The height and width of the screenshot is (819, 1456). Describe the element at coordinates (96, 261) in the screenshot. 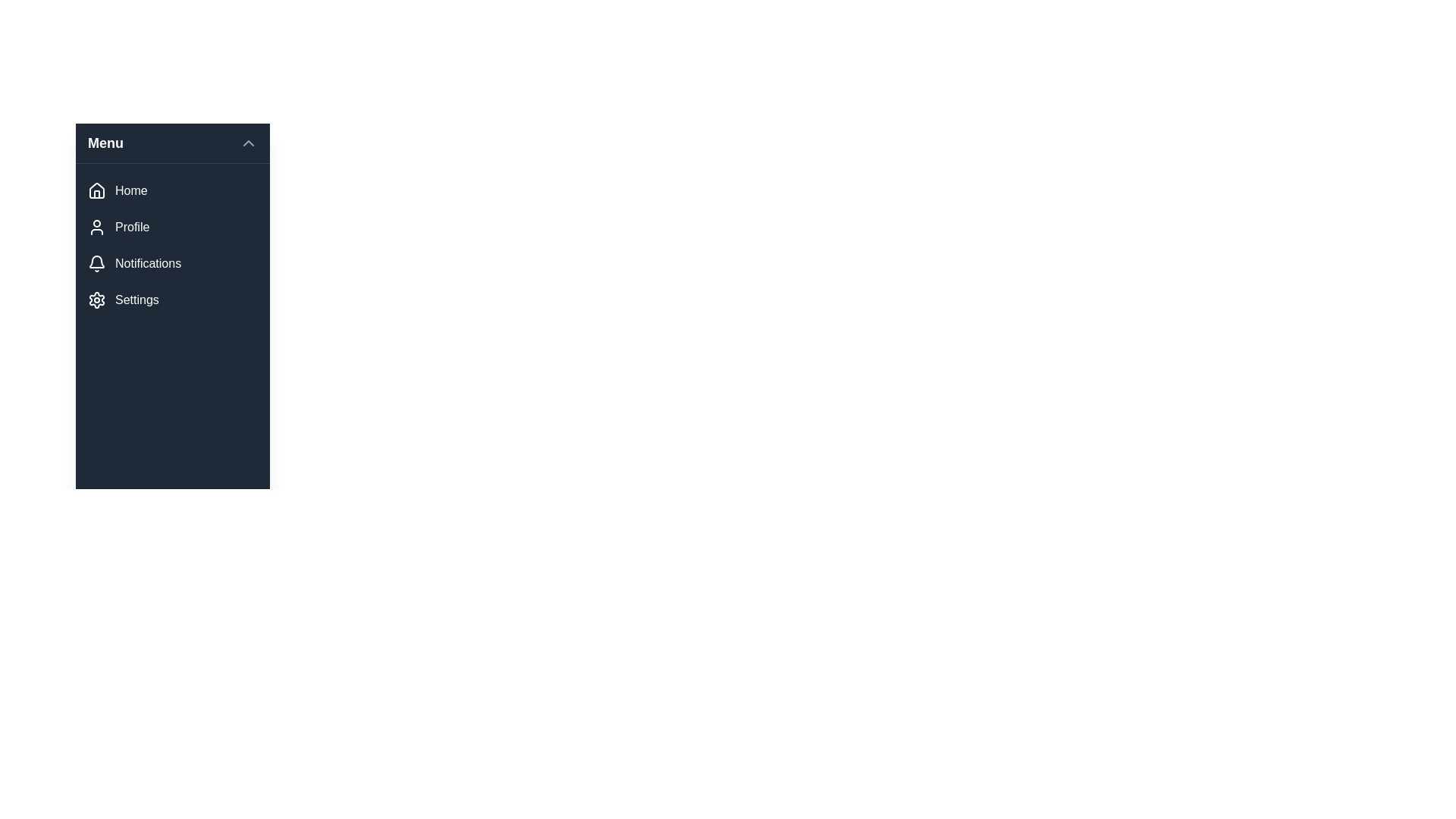

I see `the graphical icon resembling a bell in the notifications menu, positioned beside the 'Notifications' text label` at that location.